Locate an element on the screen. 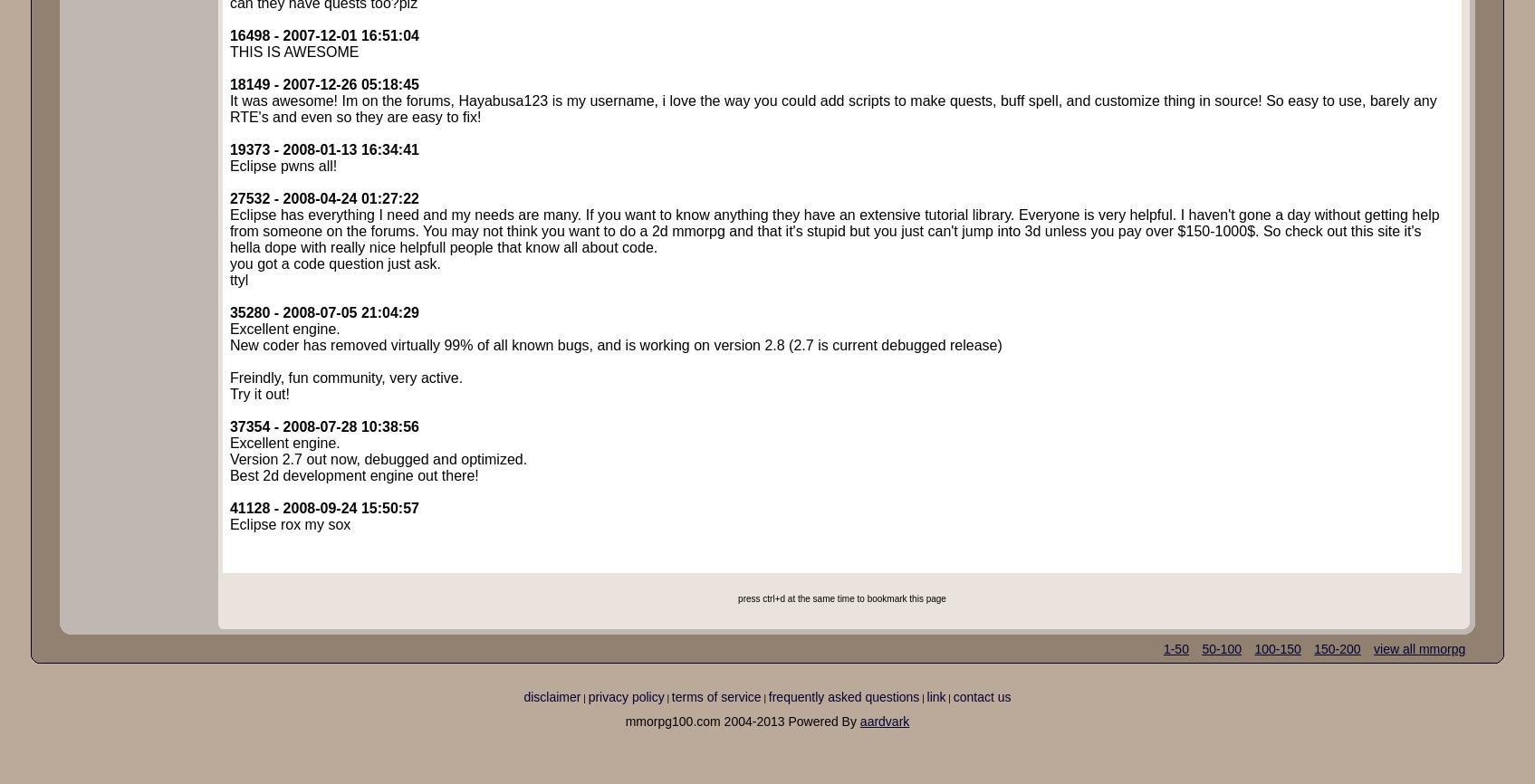  'ttyl' is located at coordinates (228, 279).